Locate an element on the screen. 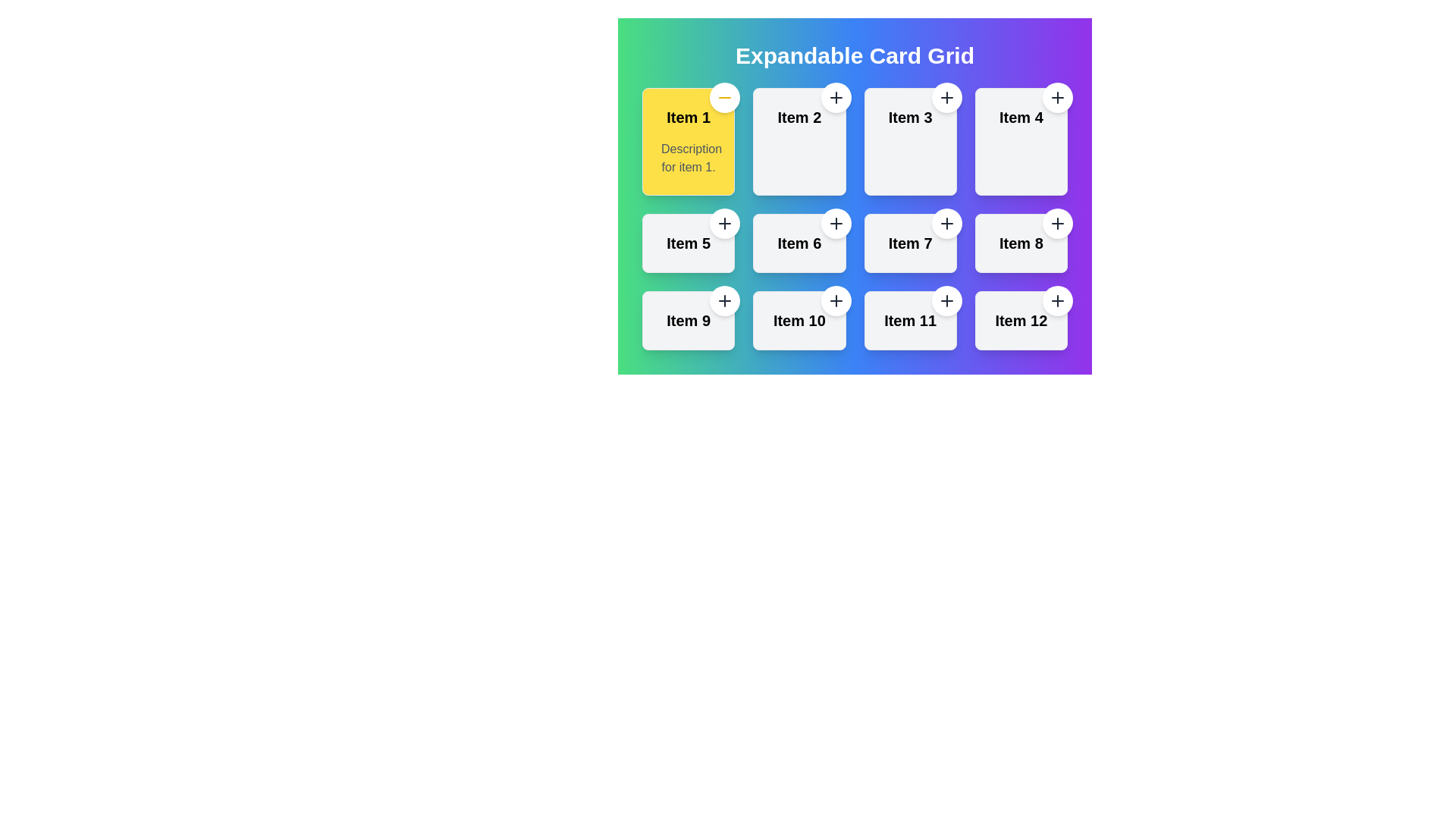  the circular button with a '+' icon located at the top-right corner of the card labeled 'Item 11' is located at coordinates (946, 301).